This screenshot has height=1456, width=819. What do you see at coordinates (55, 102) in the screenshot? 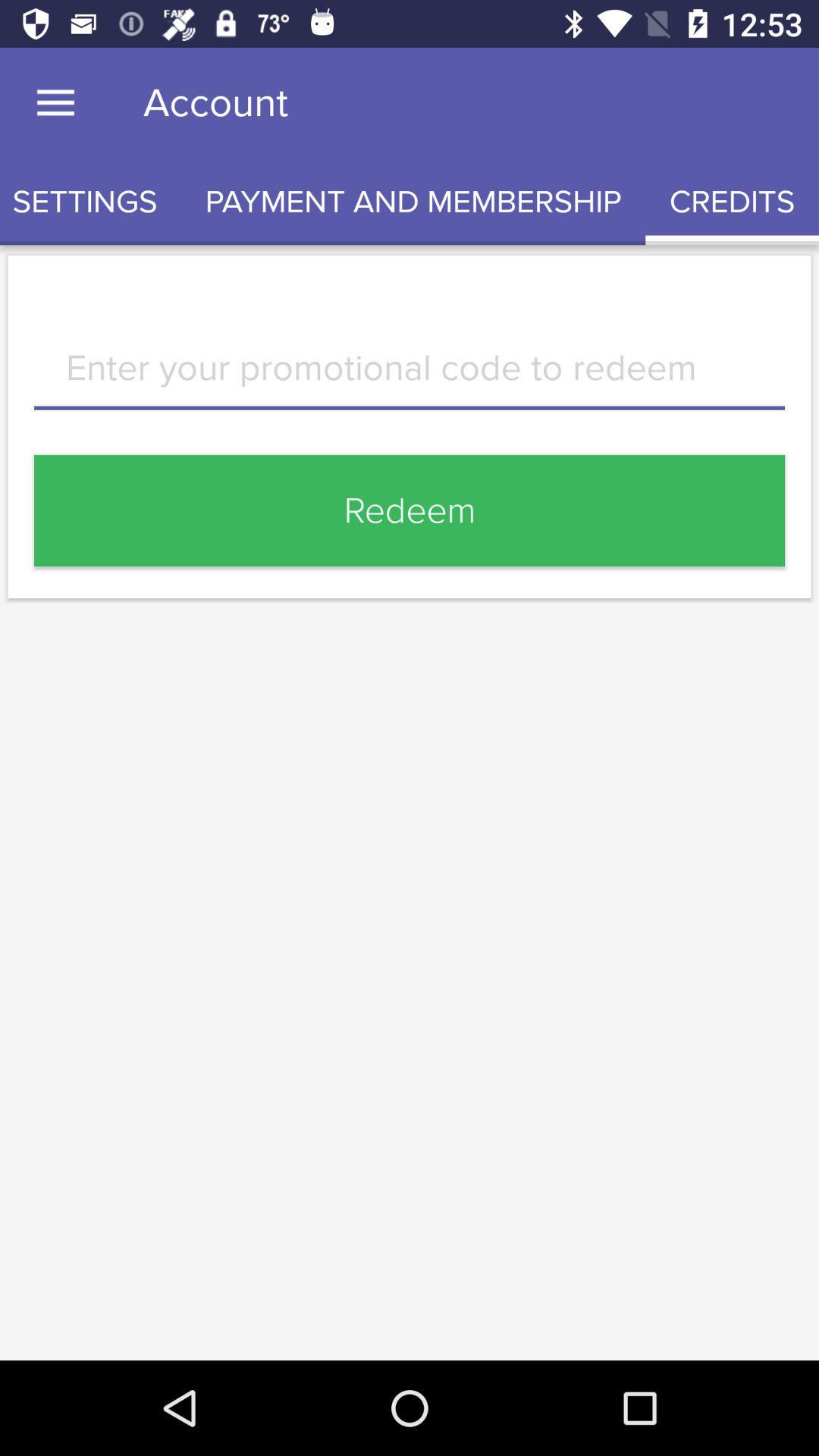
I see `the icon next to the account` at bounding box center [55, 102].